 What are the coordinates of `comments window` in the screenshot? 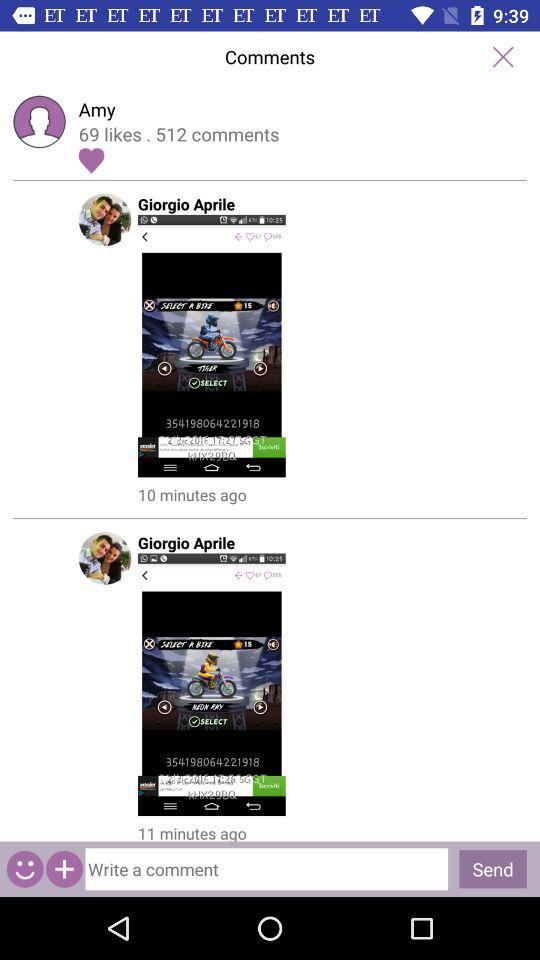 It's located at (502, 56).